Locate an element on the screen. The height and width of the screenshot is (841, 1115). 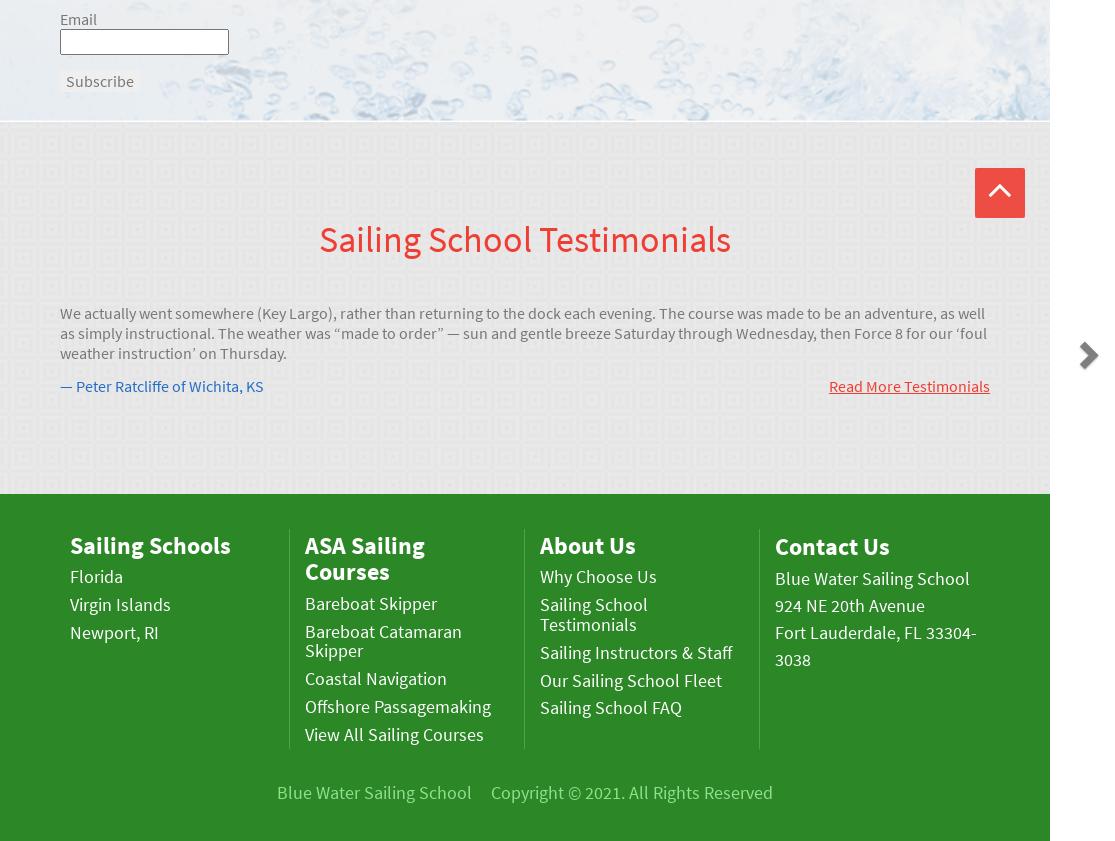
'Newport, RI' is located at coordinates (113, 631).